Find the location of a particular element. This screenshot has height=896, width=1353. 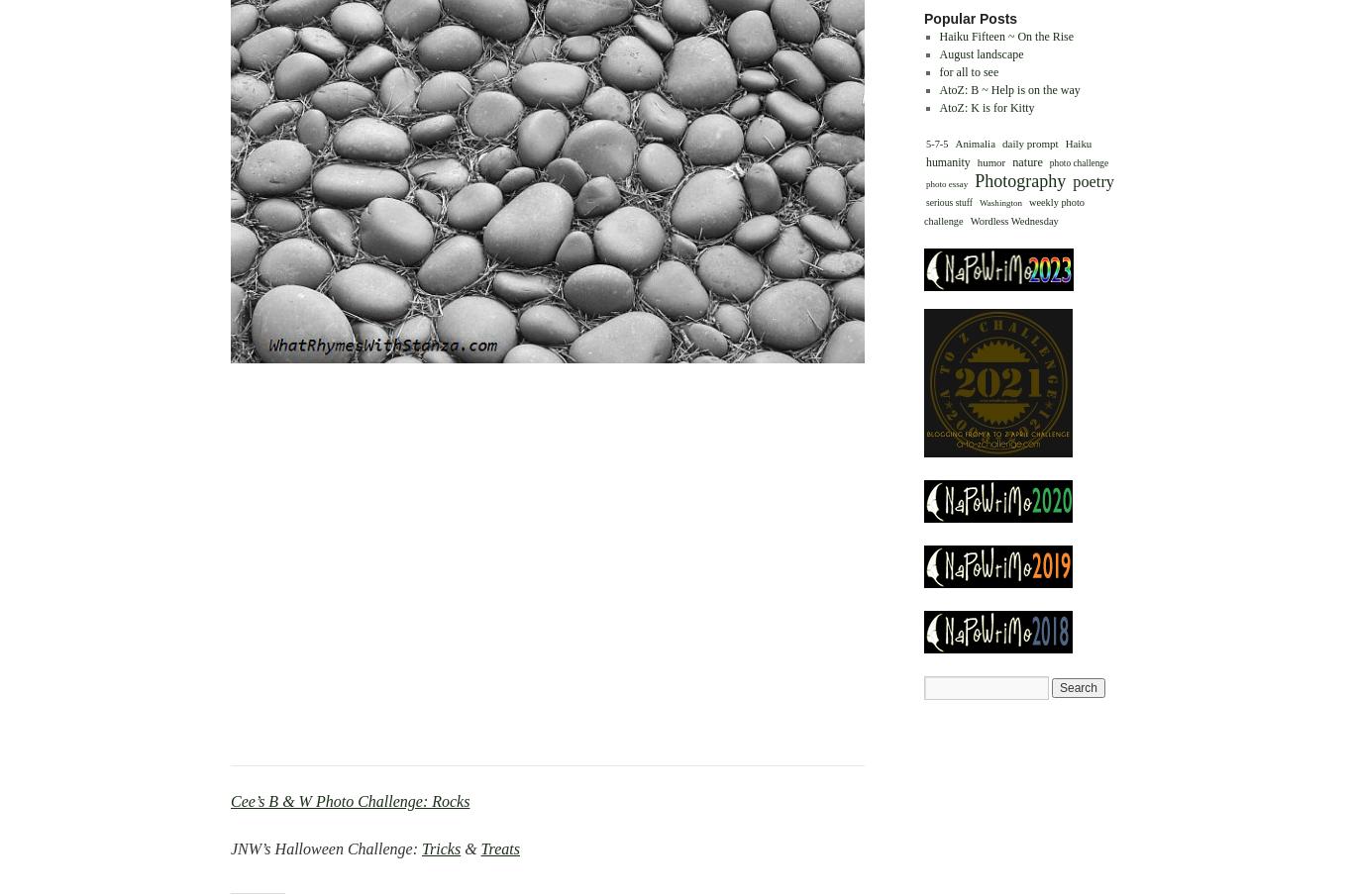

'daily prompt' is located at coordinates (1000, 141).